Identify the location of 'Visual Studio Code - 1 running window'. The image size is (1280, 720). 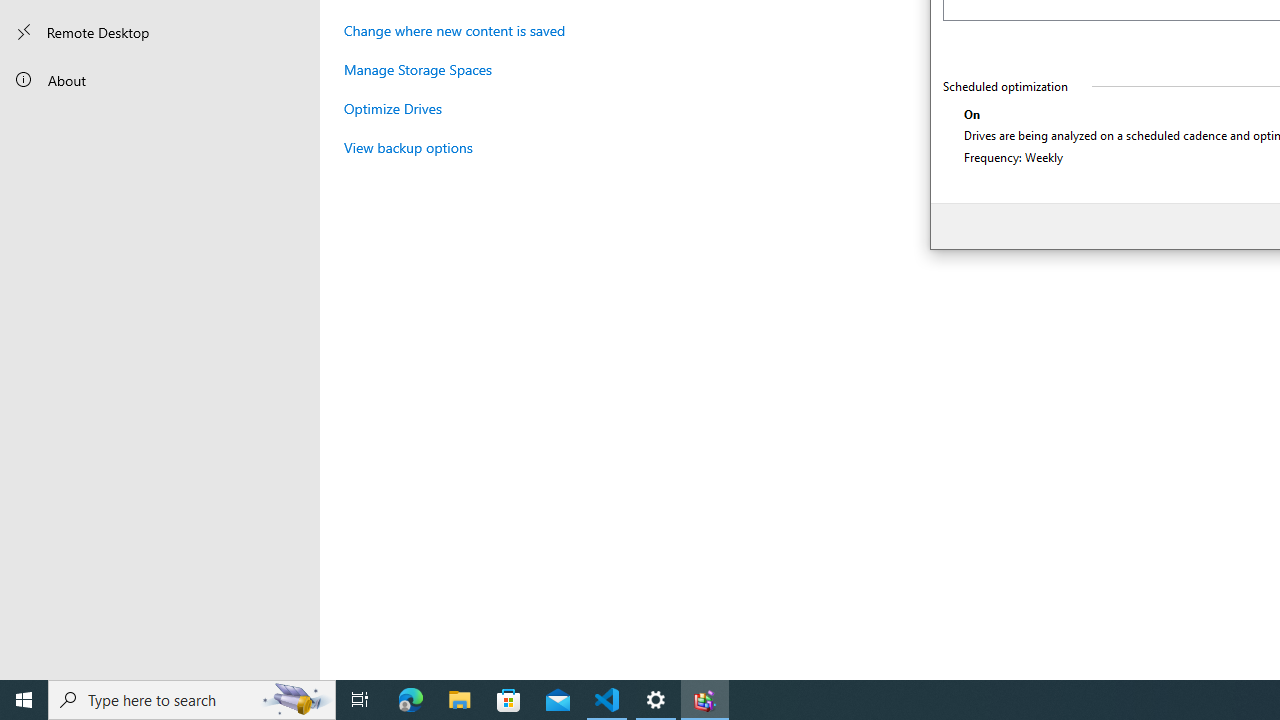
(606, 698).